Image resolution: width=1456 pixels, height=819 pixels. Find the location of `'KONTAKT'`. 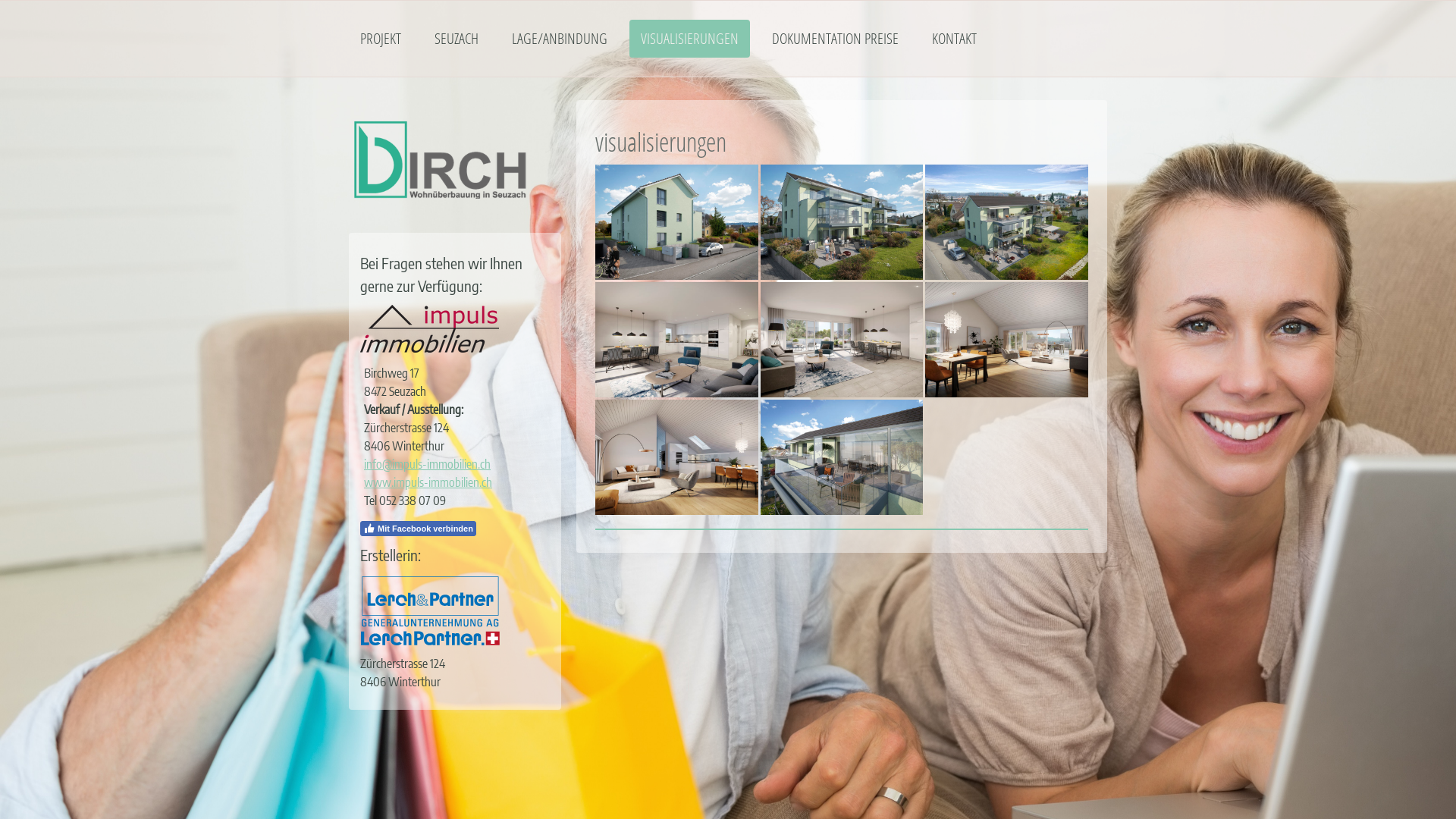

'KONTAKT' is located at coordinates (953, 37).